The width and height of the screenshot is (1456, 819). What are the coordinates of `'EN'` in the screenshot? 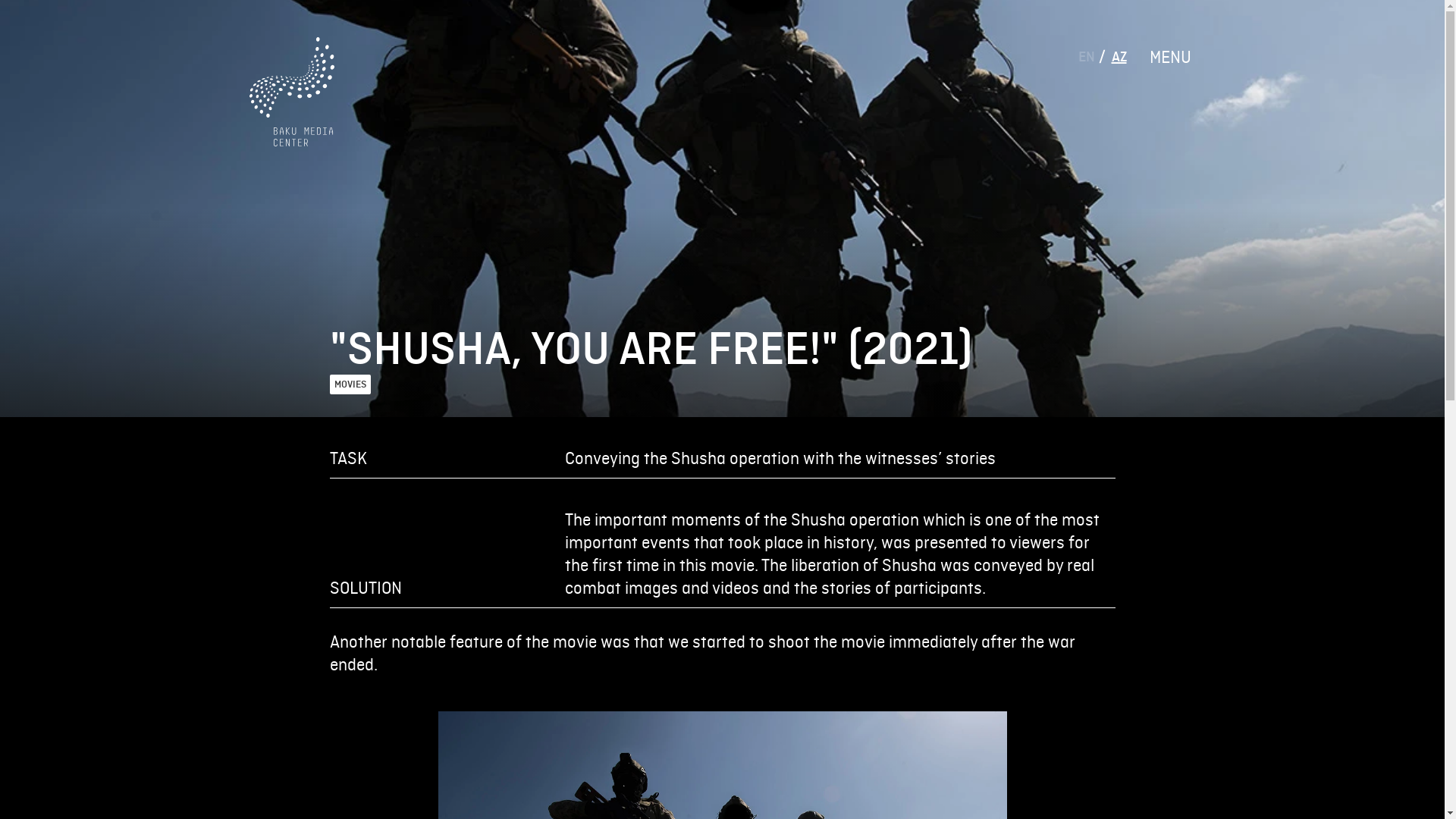 It's located at (1086, 55).